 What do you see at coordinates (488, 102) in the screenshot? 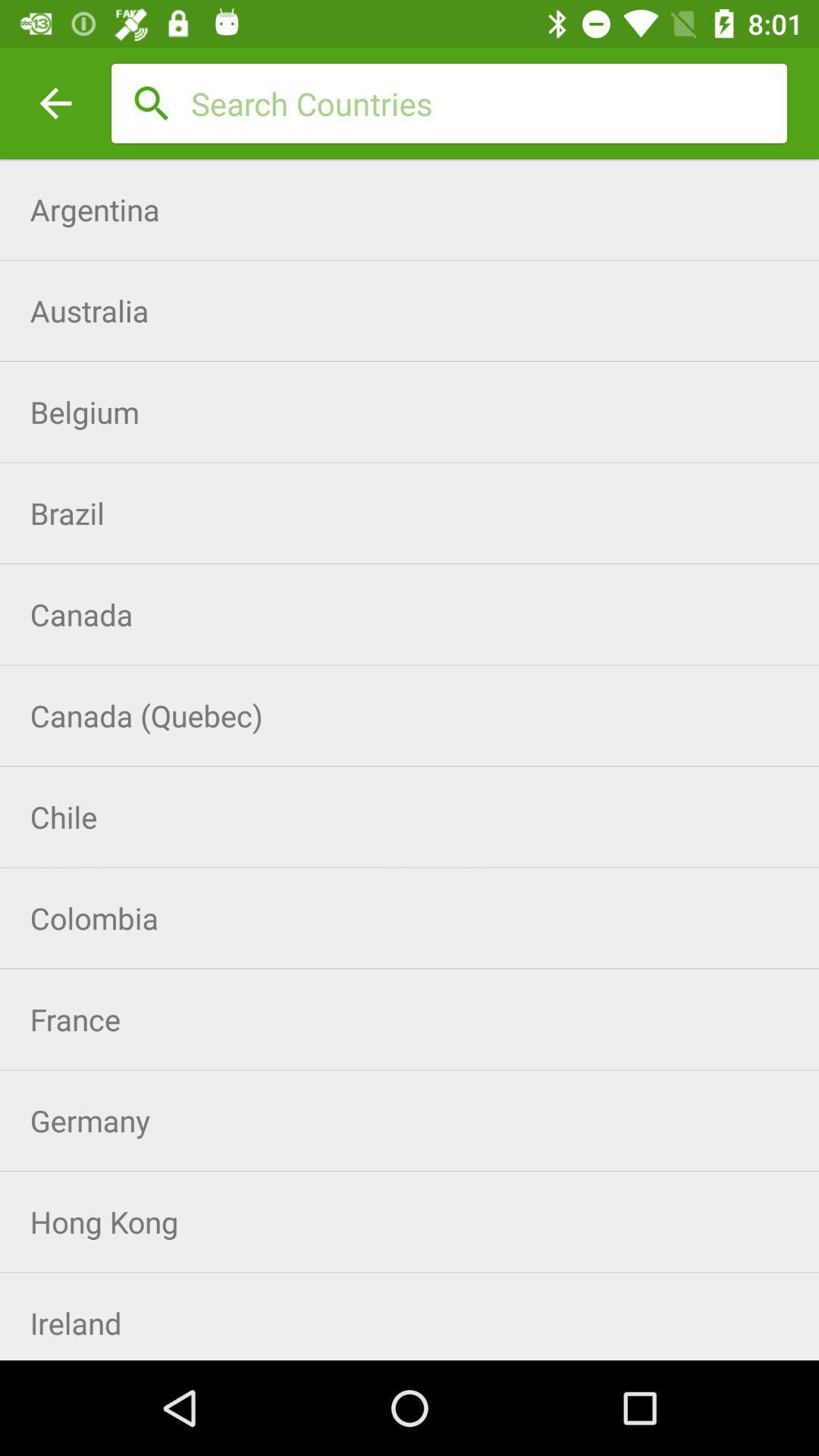
I see `search countries option` at bounding box center [488, 102].